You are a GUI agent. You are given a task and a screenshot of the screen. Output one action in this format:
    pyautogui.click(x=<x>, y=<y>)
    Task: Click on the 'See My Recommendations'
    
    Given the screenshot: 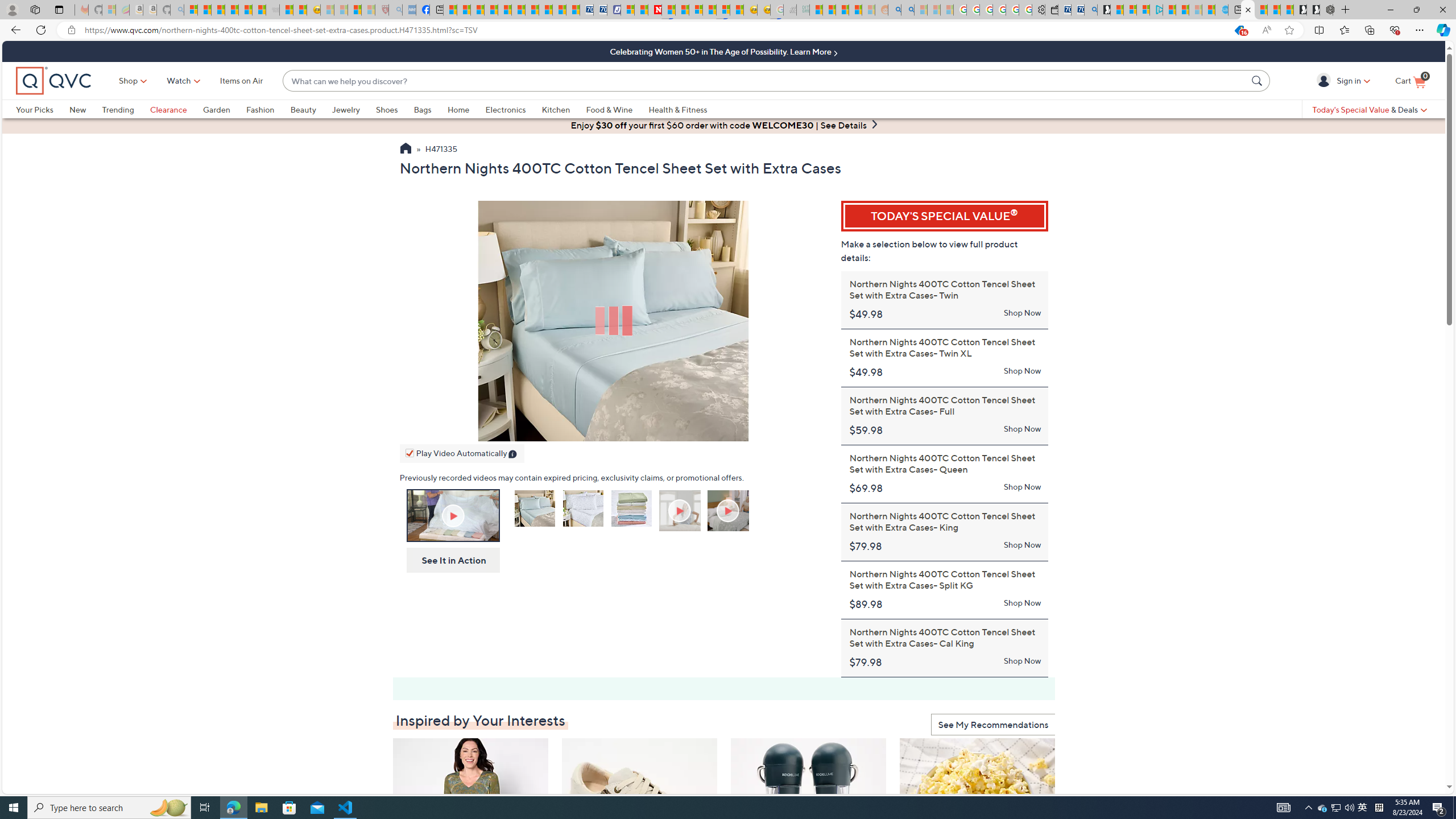 What is the action you would take?
    pyautogui.click(x=992, y=723)
    